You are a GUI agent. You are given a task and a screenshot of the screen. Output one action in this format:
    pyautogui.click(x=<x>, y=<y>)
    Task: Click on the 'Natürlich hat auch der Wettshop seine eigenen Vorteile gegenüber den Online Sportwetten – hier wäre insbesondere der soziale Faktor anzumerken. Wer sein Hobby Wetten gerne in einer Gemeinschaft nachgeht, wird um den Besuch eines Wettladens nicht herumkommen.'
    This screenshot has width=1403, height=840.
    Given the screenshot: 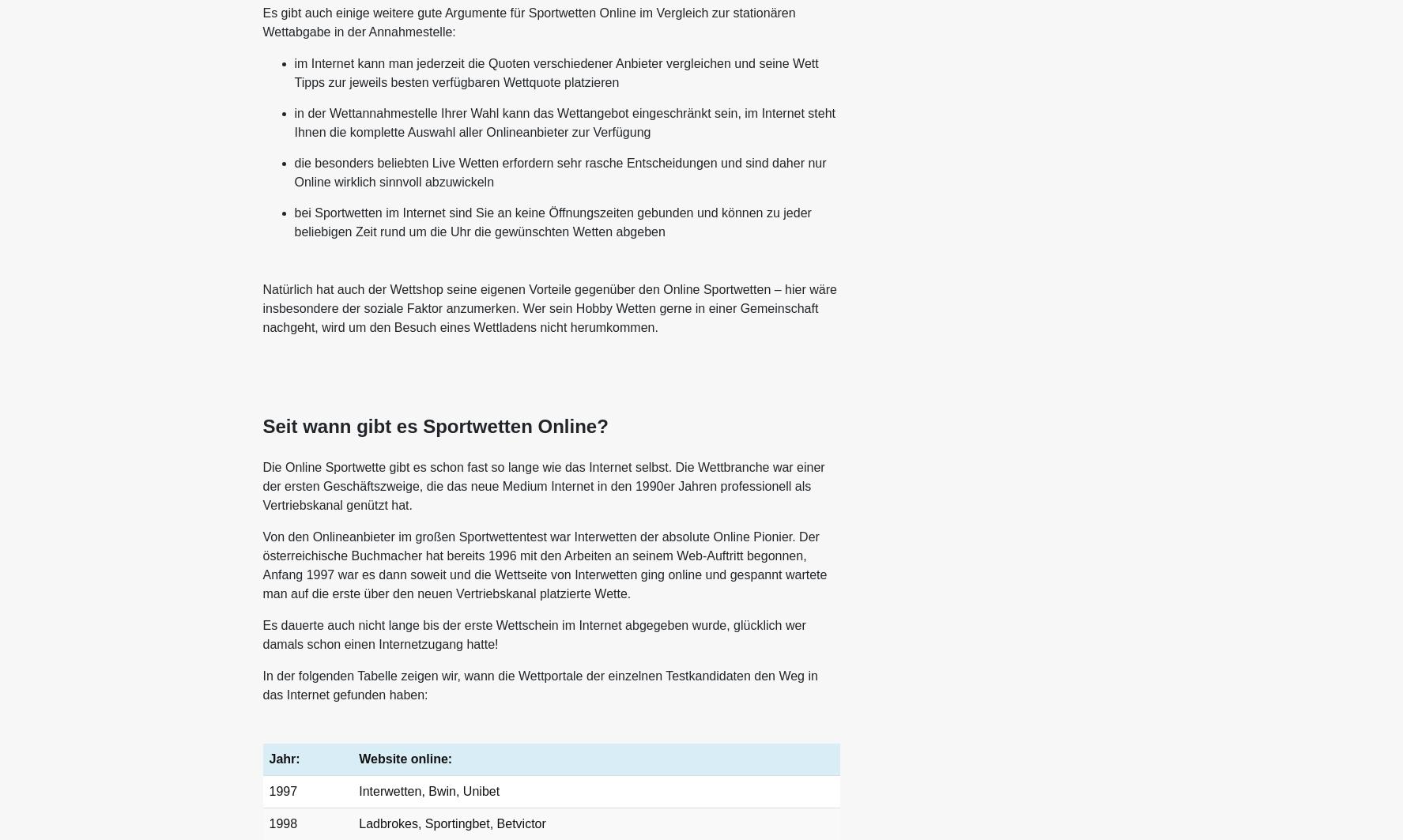 What is the action you would take?
    pyautogui.click(x=548, y=308)
    